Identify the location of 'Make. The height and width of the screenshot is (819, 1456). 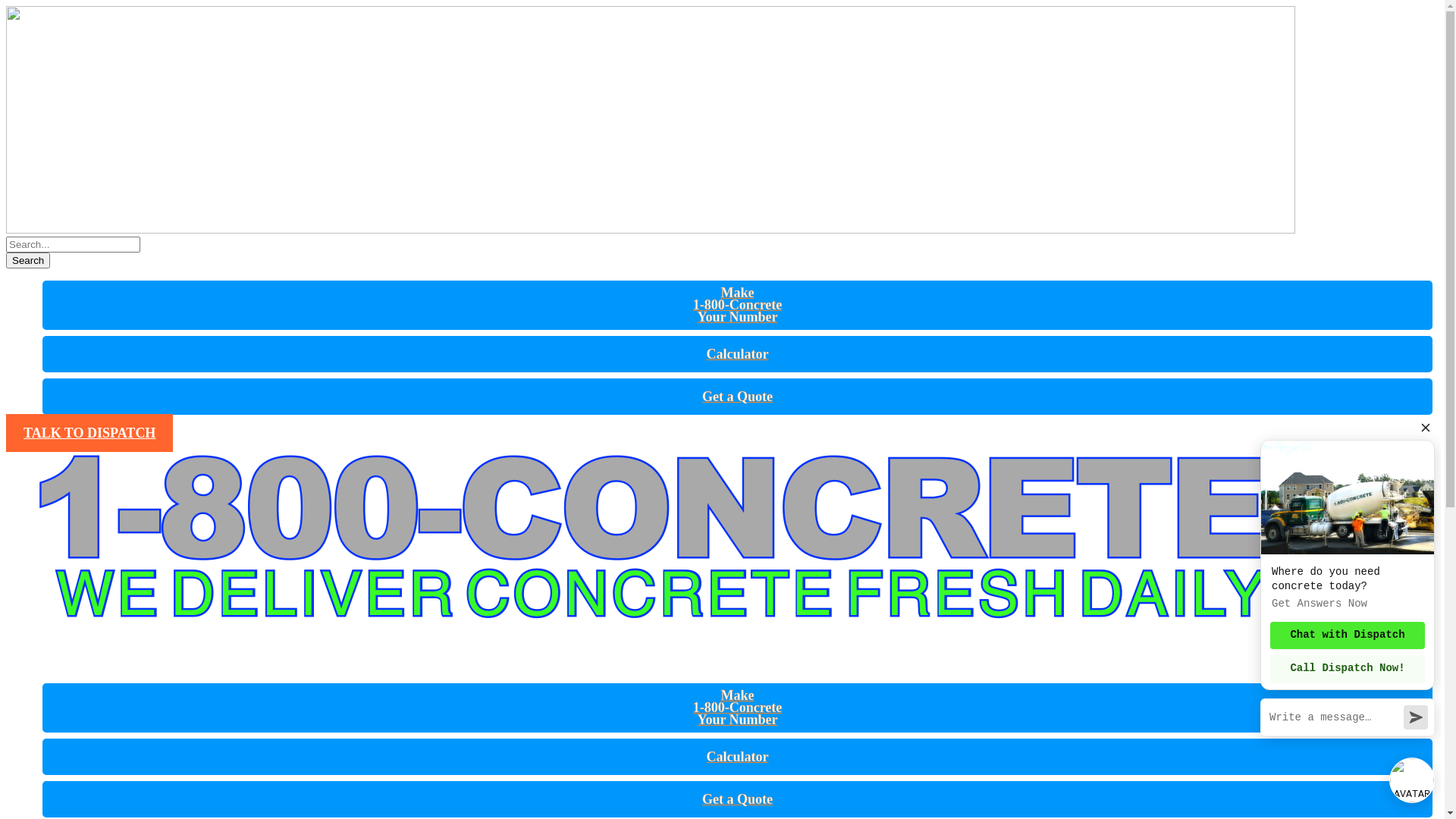
(738, 304).